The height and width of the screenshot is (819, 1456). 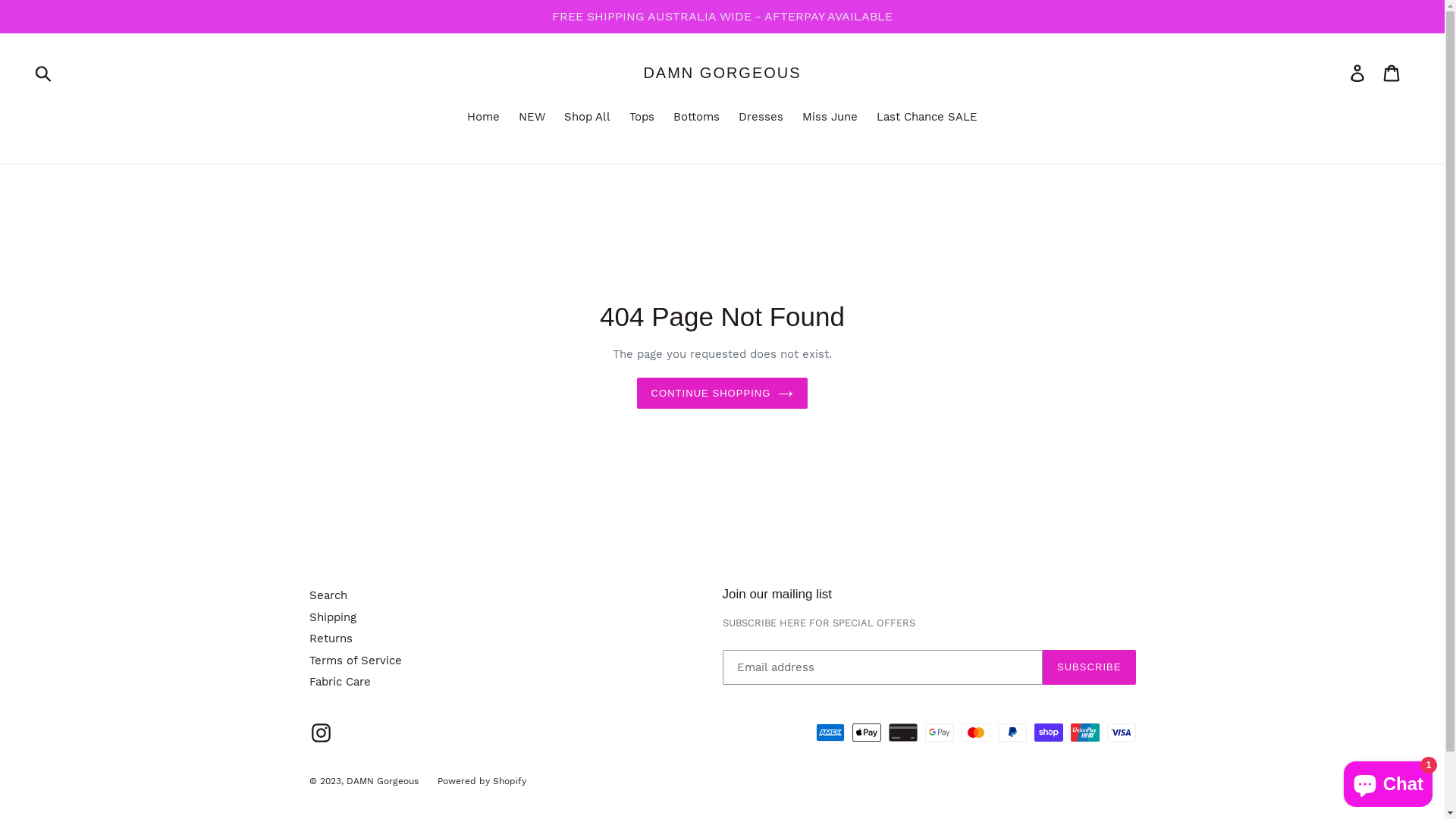 I want to click on 'Cart', so click(x=1392, y=73).